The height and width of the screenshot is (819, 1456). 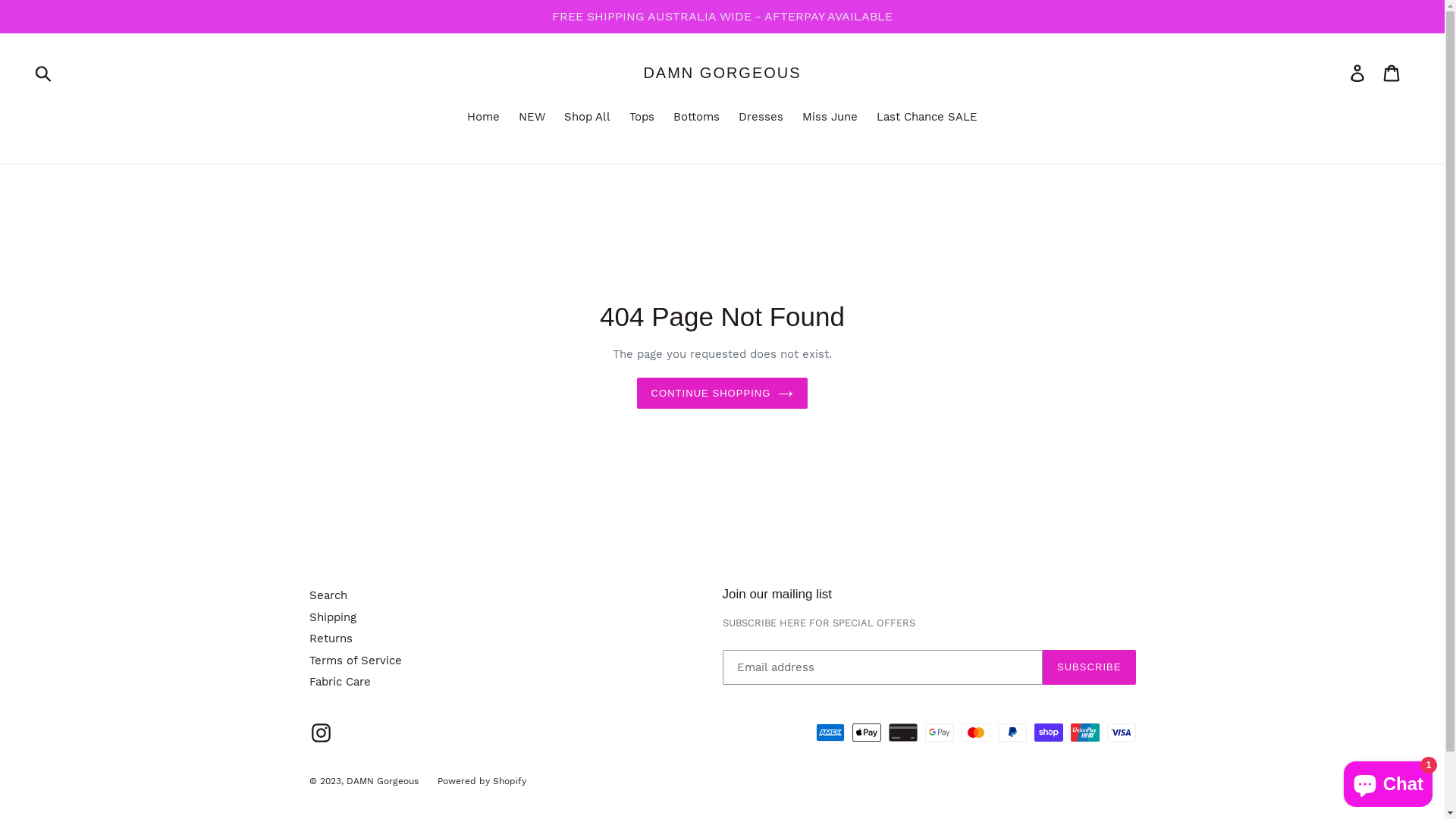 I want to click on 'Cart', so click(x=1392, y=73).